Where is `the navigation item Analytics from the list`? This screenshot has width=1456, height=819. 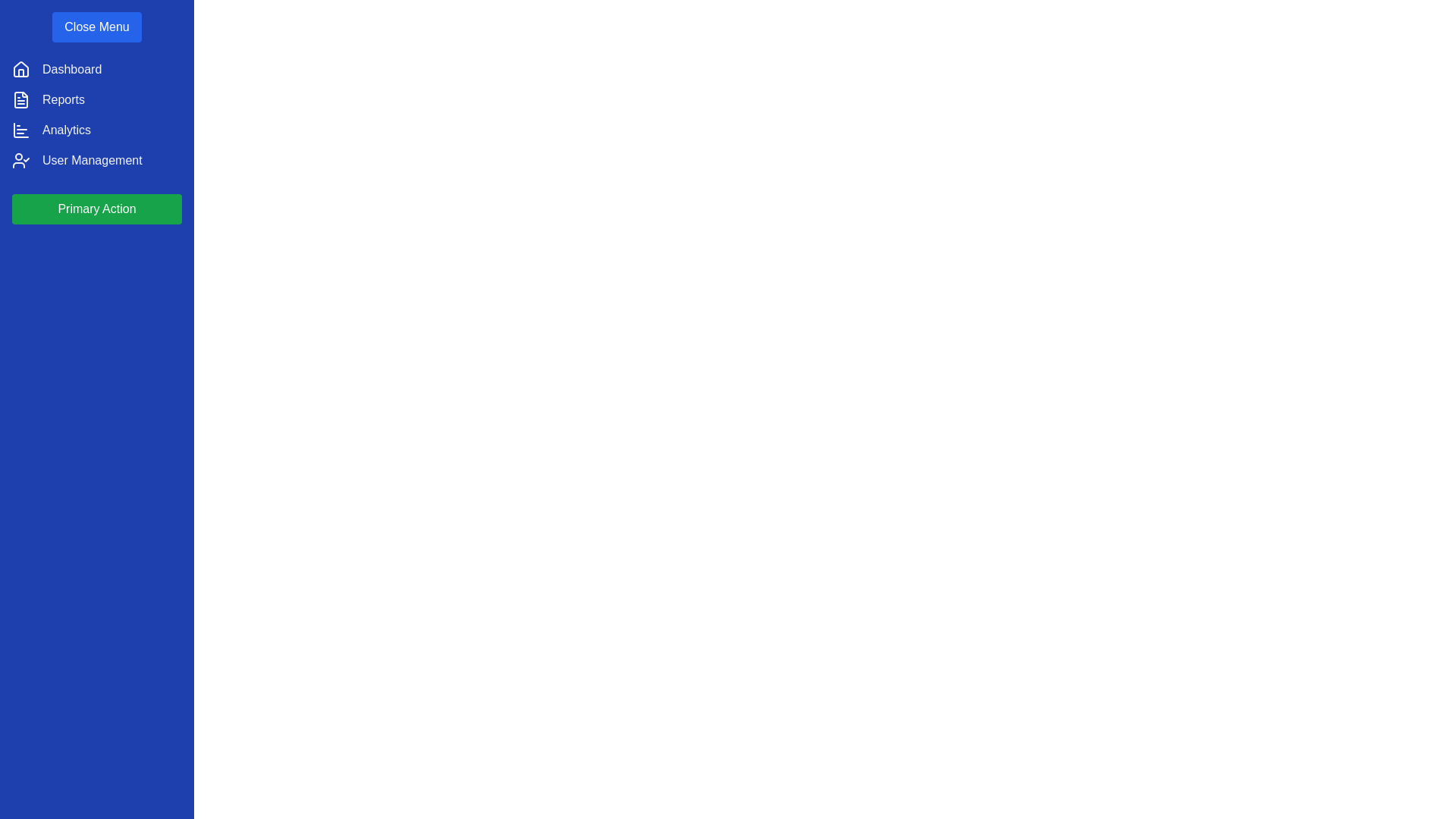
the navigation item Analytics from the list is located at coordinates (65, 130).